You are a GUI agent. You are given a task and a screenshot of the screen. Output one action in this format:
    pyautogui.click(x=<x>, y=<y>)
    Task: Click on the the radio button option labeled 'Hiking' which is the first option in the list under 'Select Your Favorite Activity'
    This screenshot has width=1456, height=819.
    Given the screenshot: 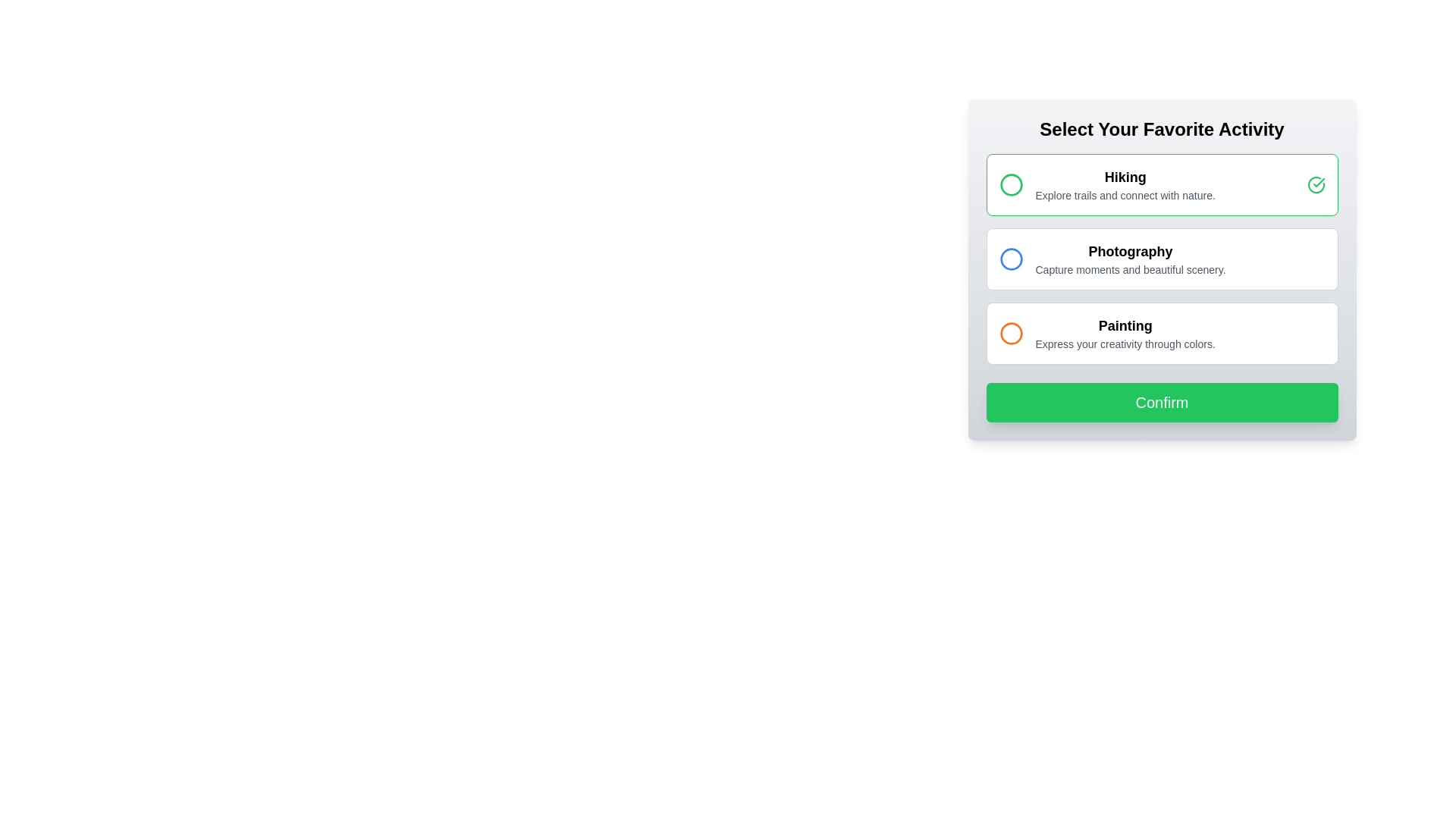 What is the action you would take?
    pyautogui.click(x=1161, y=184)
    